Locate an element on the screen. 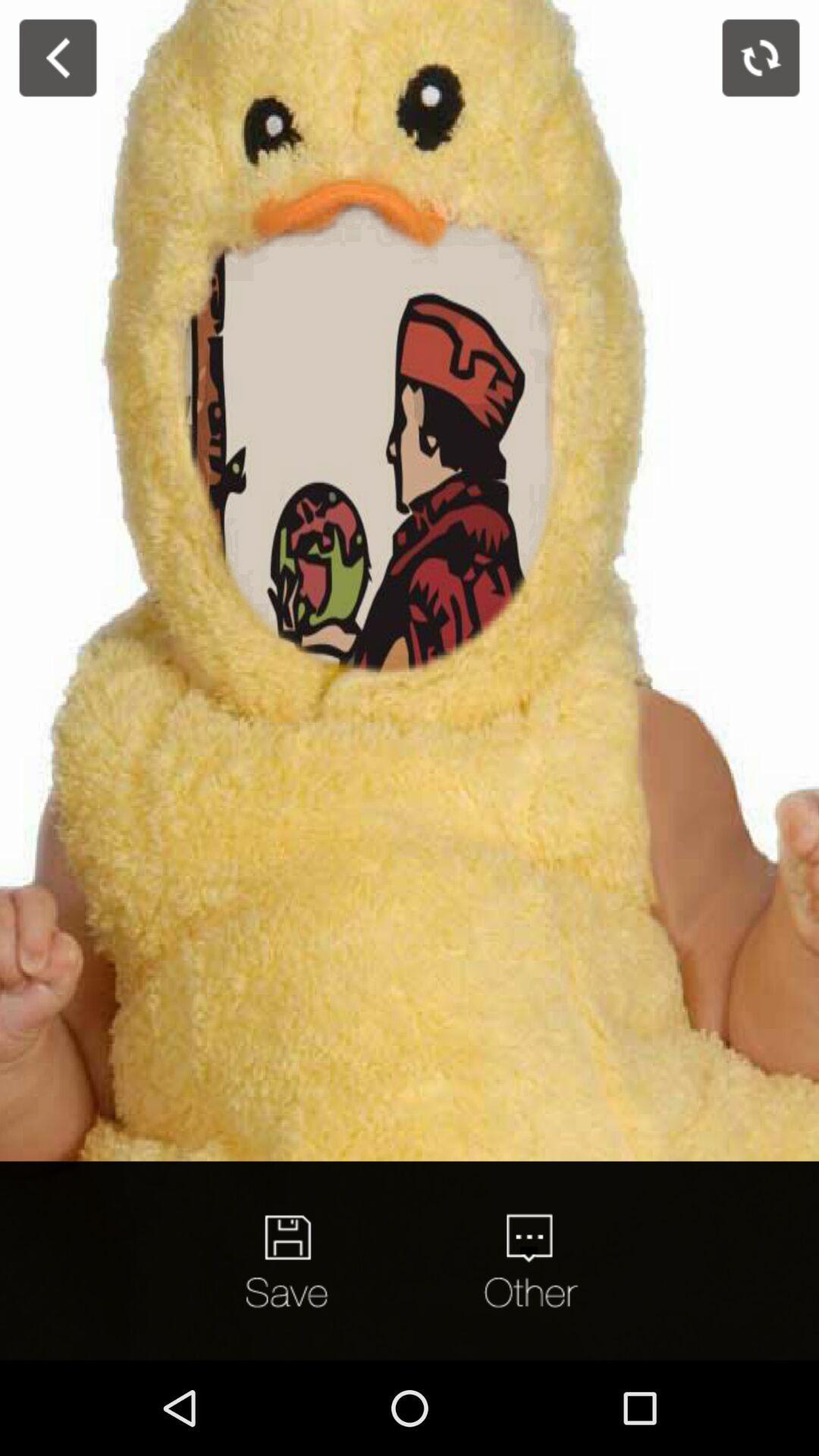 The height and width of the screenshot is (1456, 819). clear the current edited image is located at coordinates (761, 58).